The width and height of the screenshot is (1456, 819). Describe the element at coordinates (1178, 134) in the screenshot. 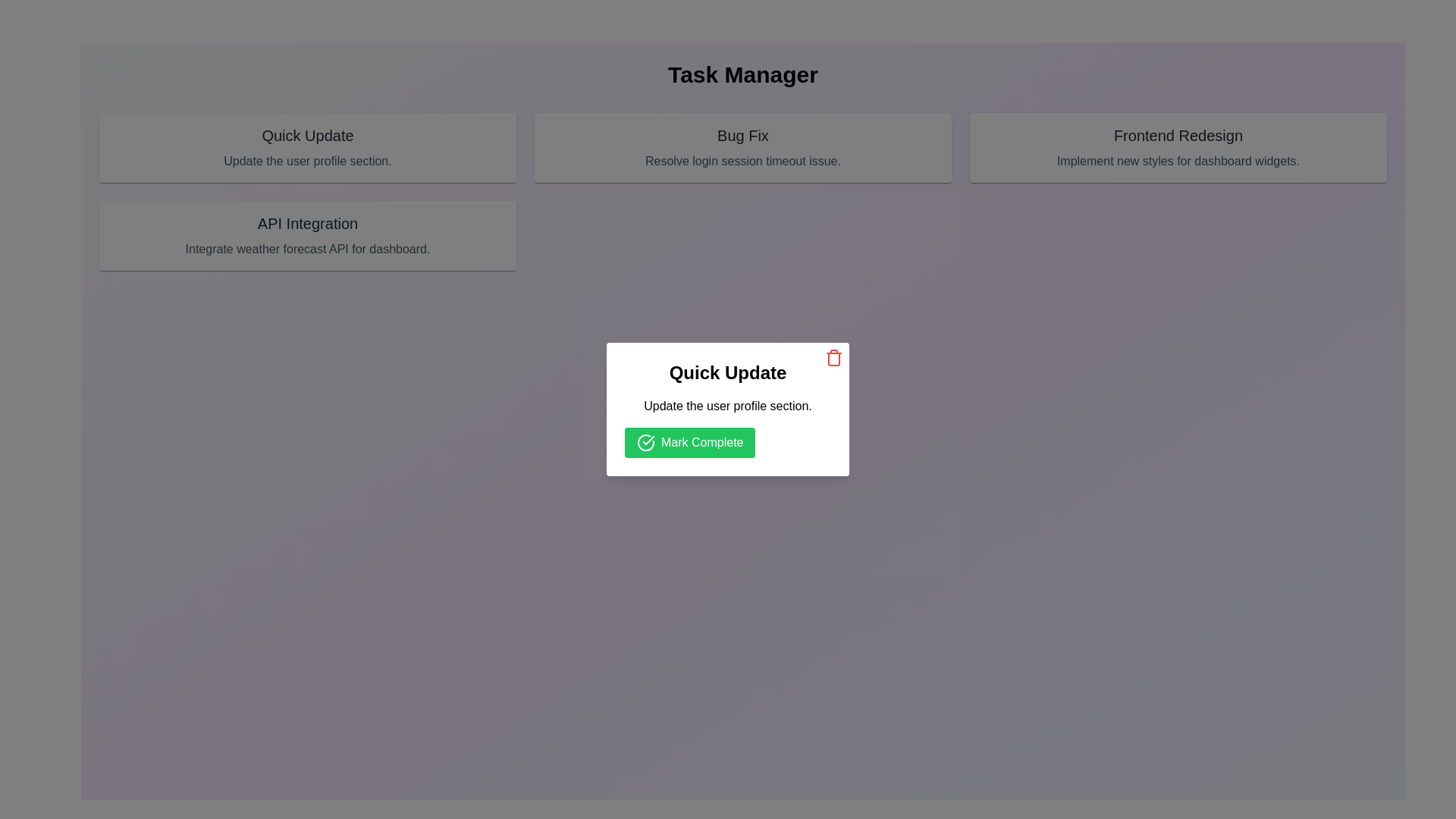

I see `the text titled 'Frontend Redesign' located in the third card component on the top right of the interface` at that location.